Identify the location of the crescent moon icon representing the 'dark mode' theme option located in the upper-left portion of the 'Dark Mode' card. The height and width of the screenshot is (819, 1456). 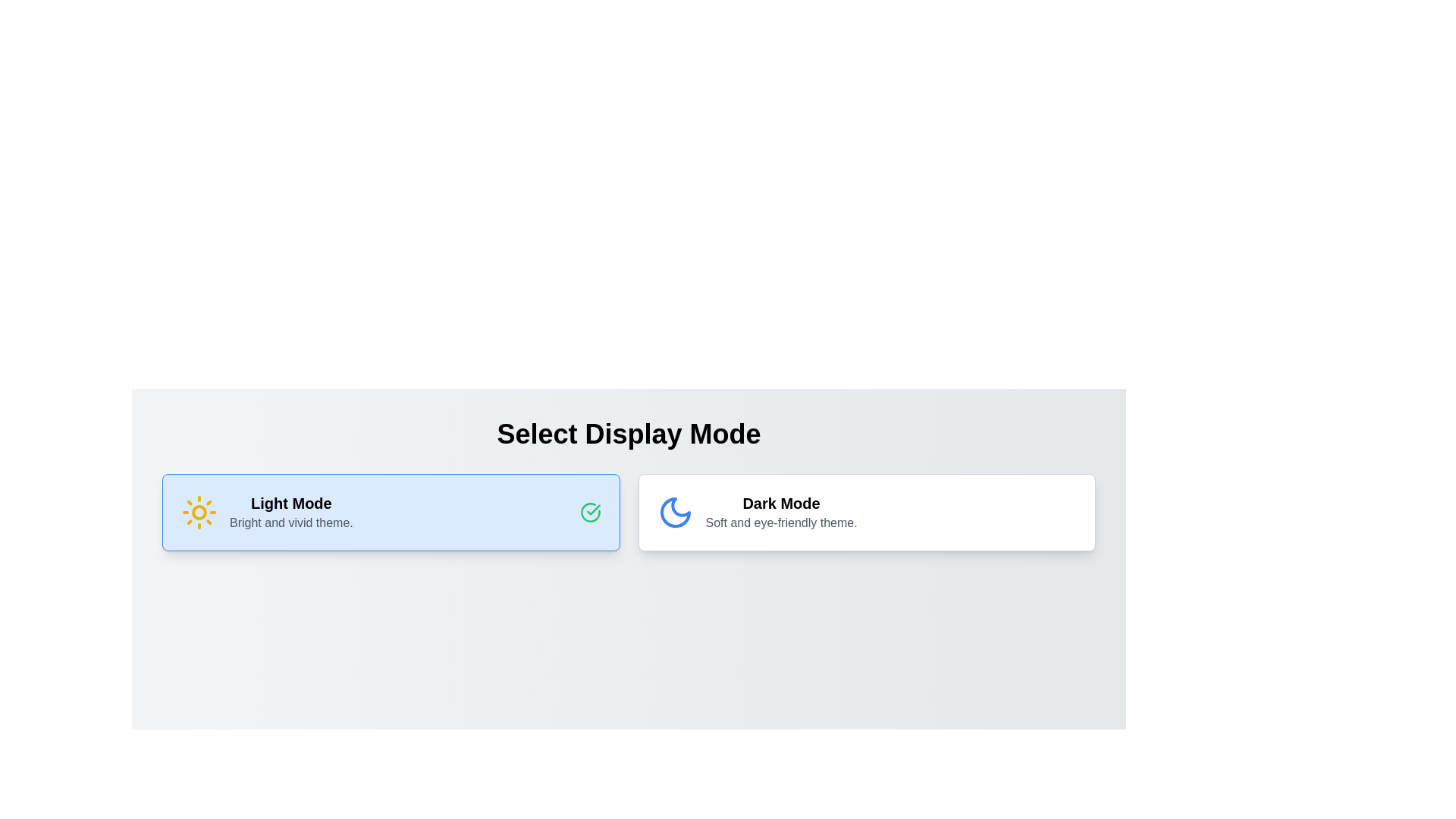
(674, 512).